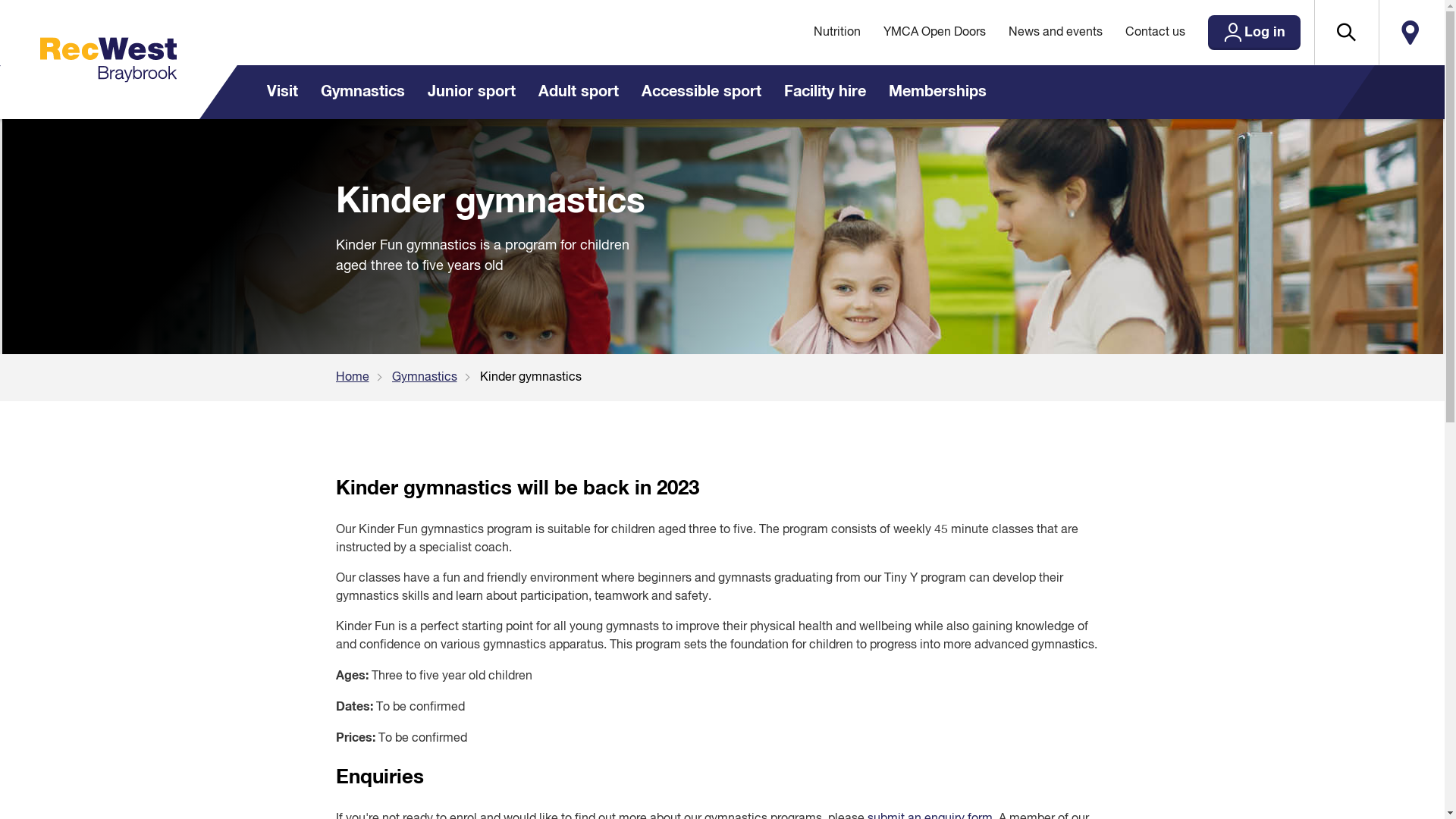 This screenshot has width=1456, height=819. What do you see at coordinates (526, 92) in the screenshot?
I see `'Adult sport'` at bounding box center [526, 92].